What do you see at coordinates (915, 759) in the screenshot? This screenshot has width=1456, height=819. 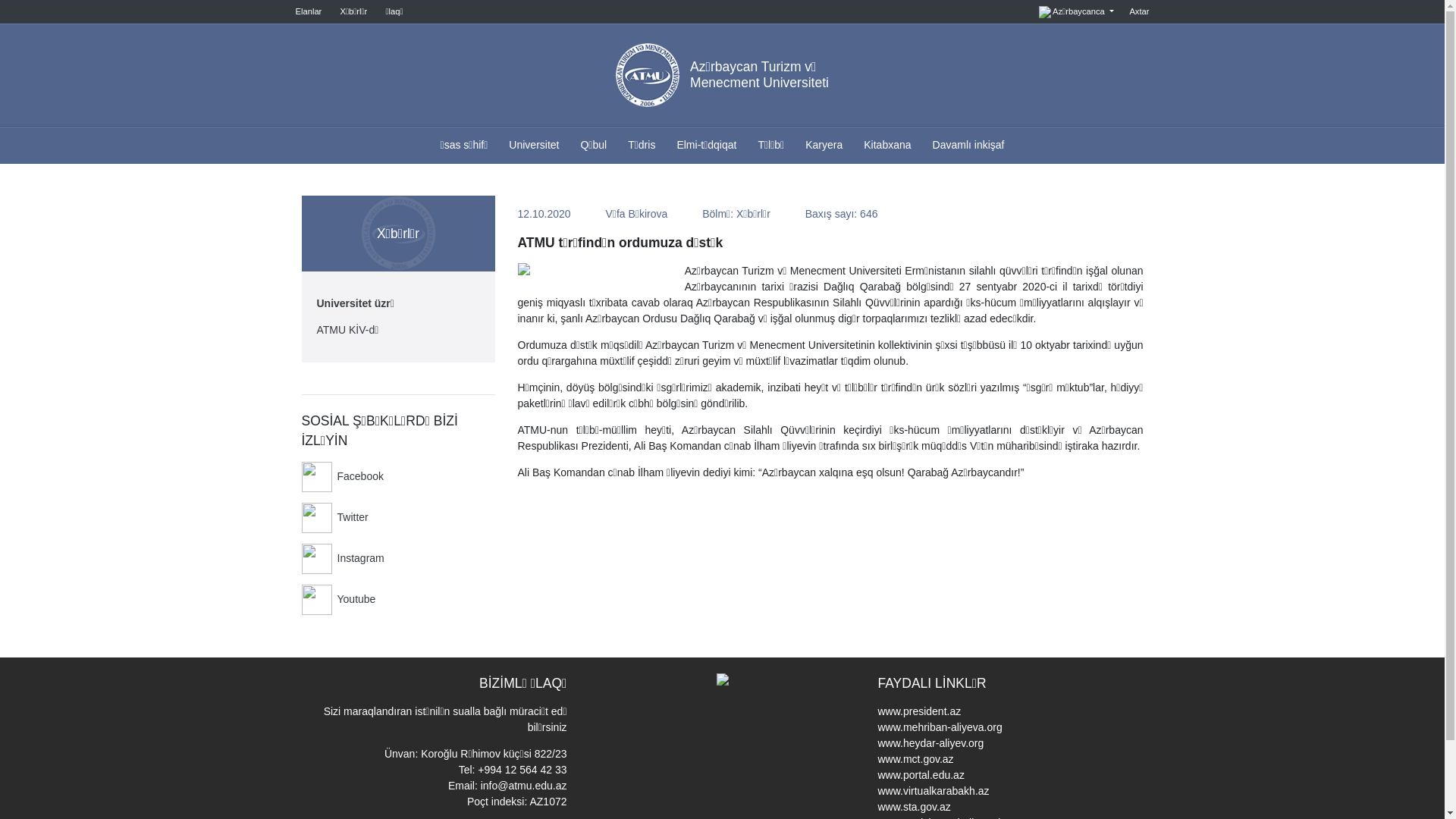 I see `'www.mct.gov.az'` at bounding box center [915, 759].